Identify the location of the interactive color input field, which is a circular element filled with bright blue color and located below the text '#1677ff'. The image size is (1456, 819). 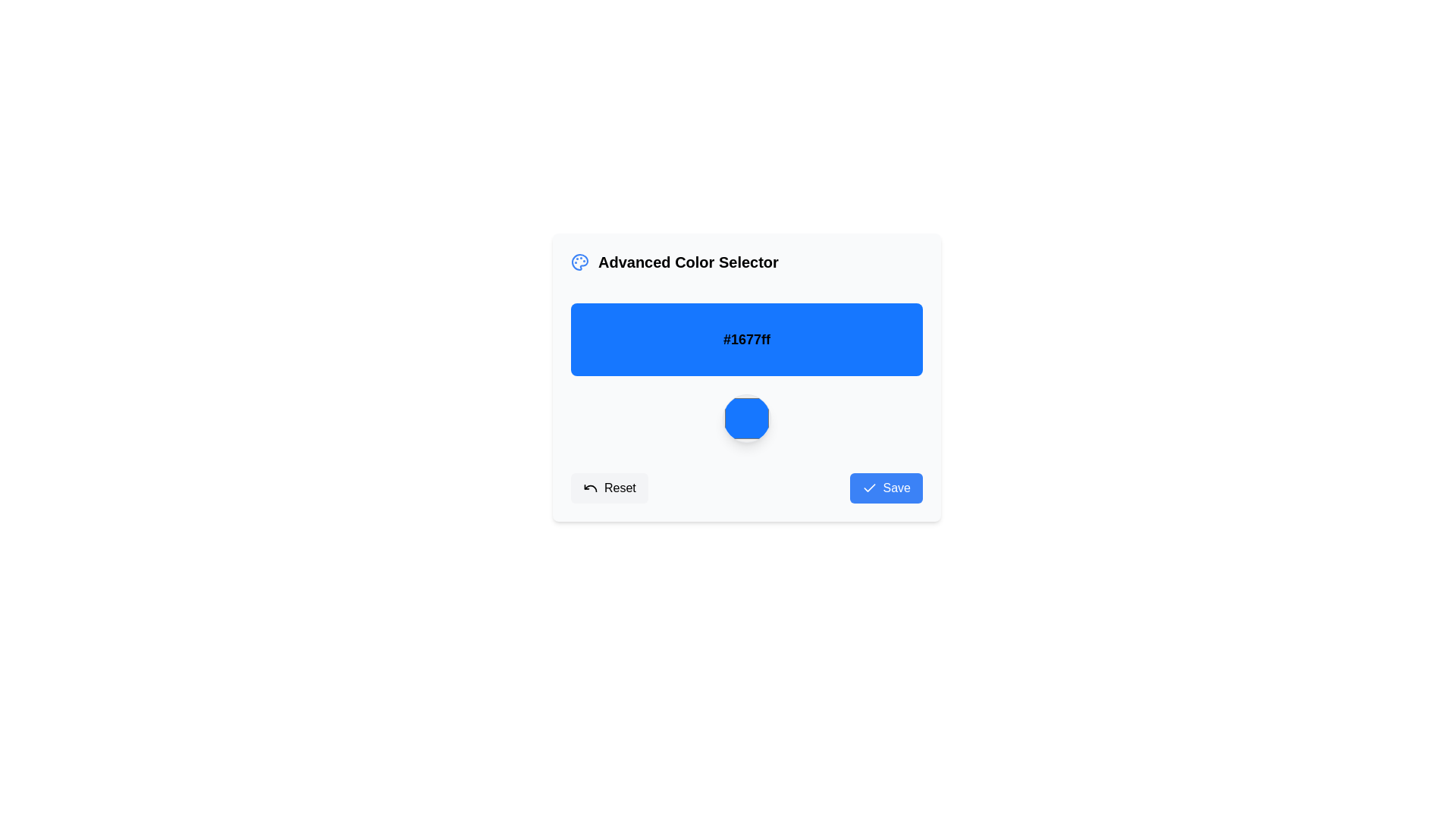
(746, 418).